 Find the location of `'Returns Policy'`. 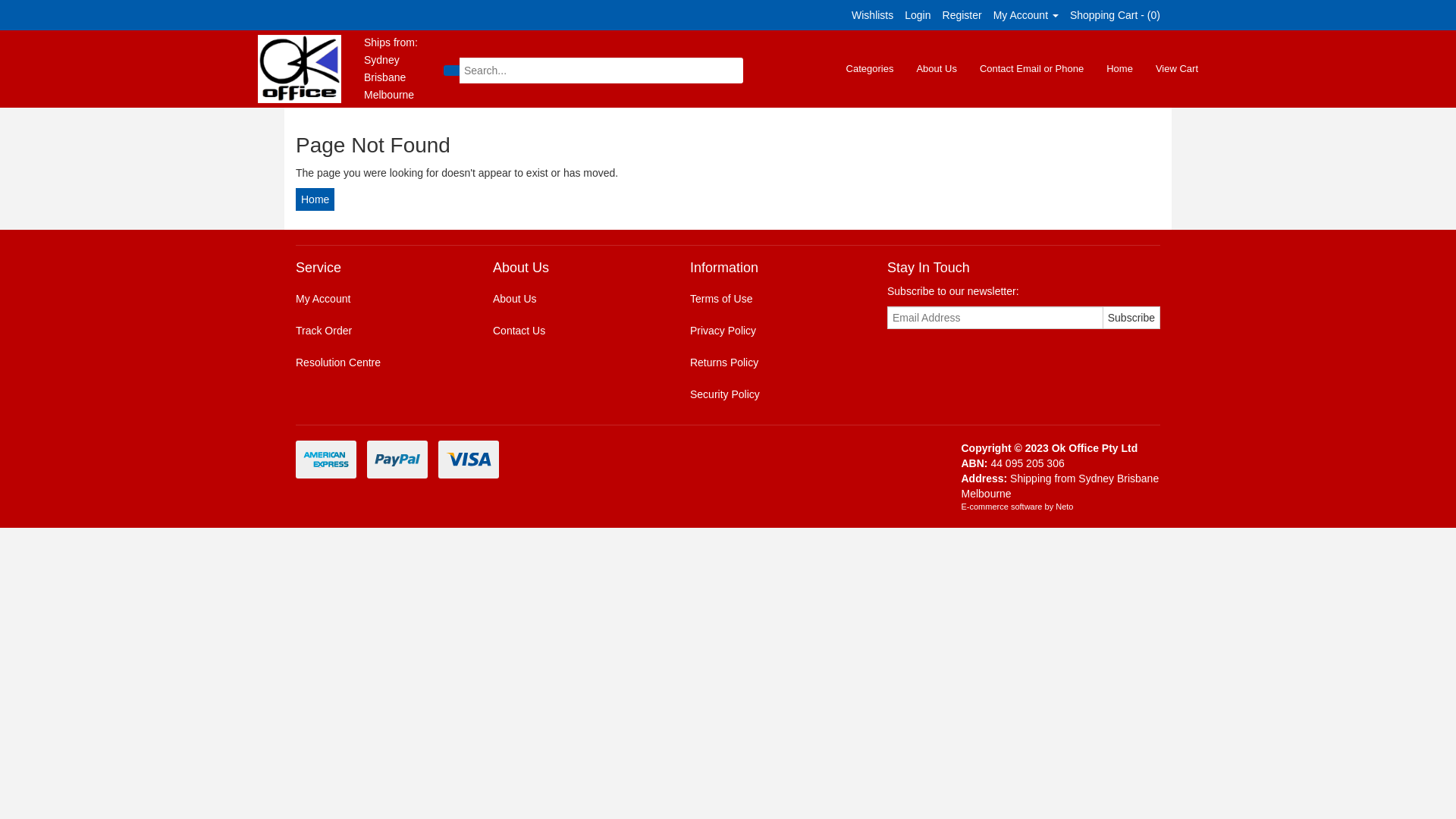

'Returns Policy' is located at coordinates (677, 362).